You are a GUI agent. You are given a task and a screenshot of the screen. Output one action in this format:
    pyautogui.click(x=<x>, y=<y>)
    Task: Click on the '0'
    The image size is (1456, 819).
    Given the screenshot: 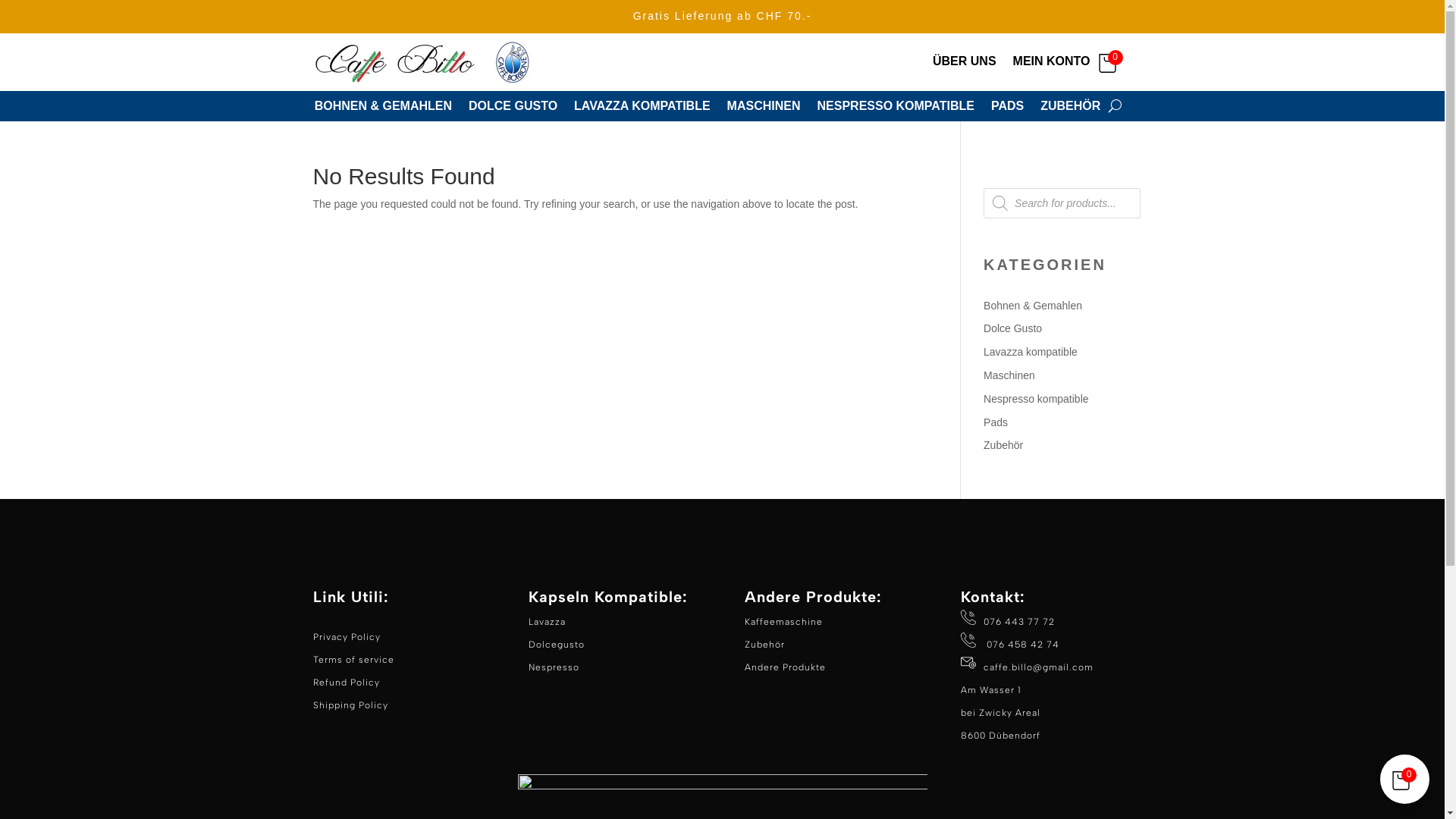 What is the action you would take?
    pyautogui.click(x=1404, y=779)
    